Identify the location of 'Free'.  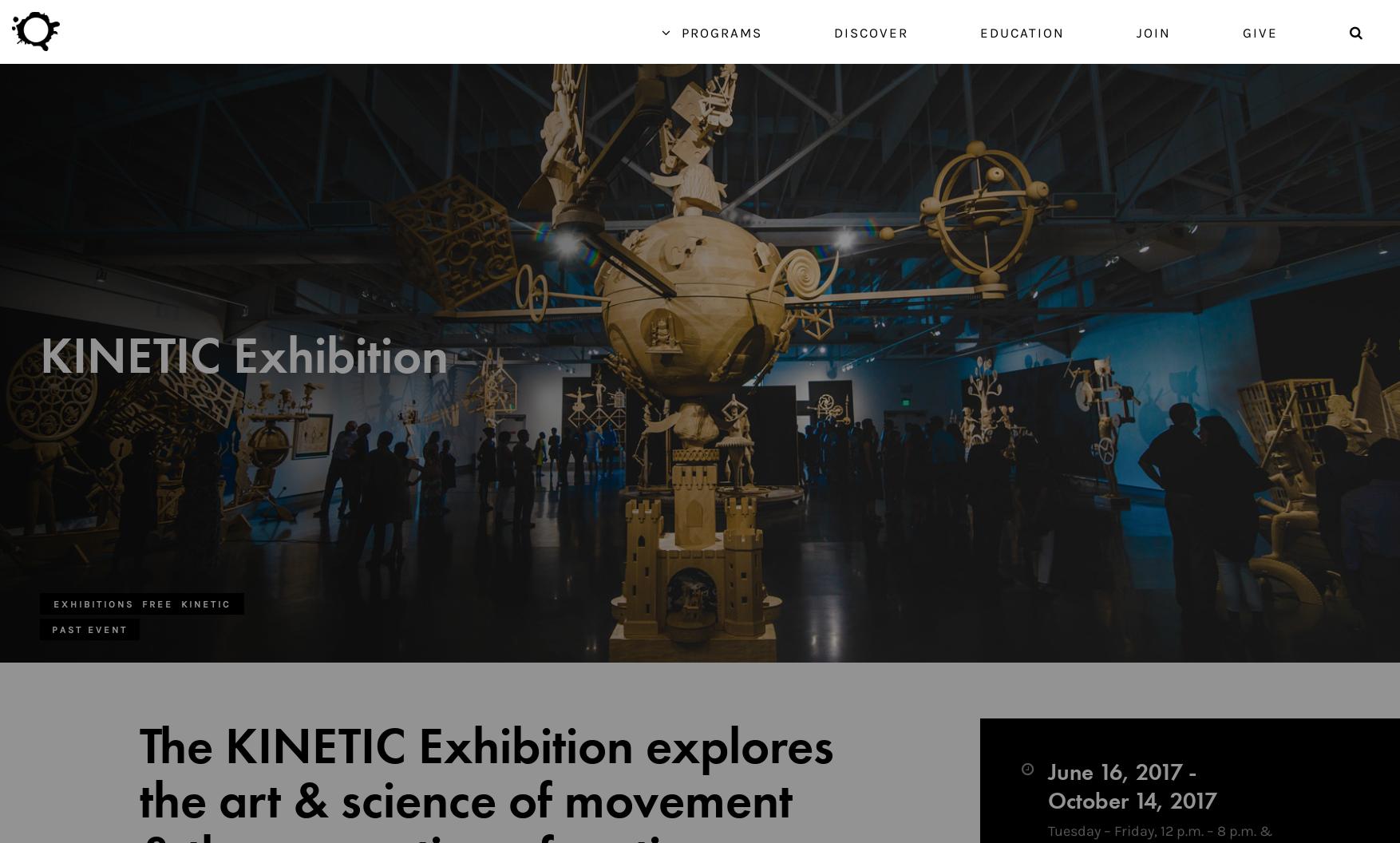
(157, 604).